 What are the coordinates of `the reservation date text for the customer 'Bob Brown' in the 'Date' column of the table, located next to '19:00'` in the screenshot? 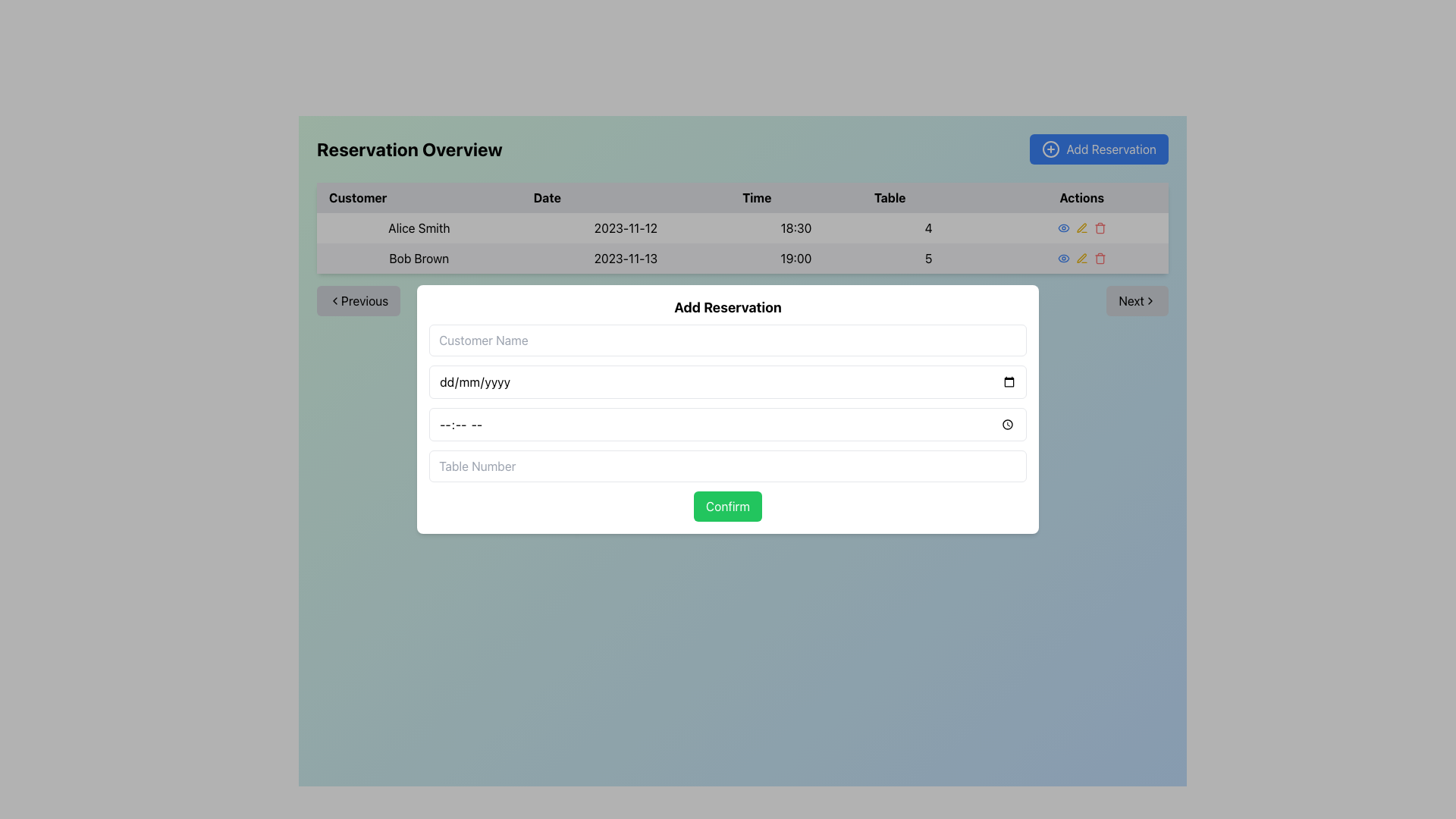 It's located at (626, 257).